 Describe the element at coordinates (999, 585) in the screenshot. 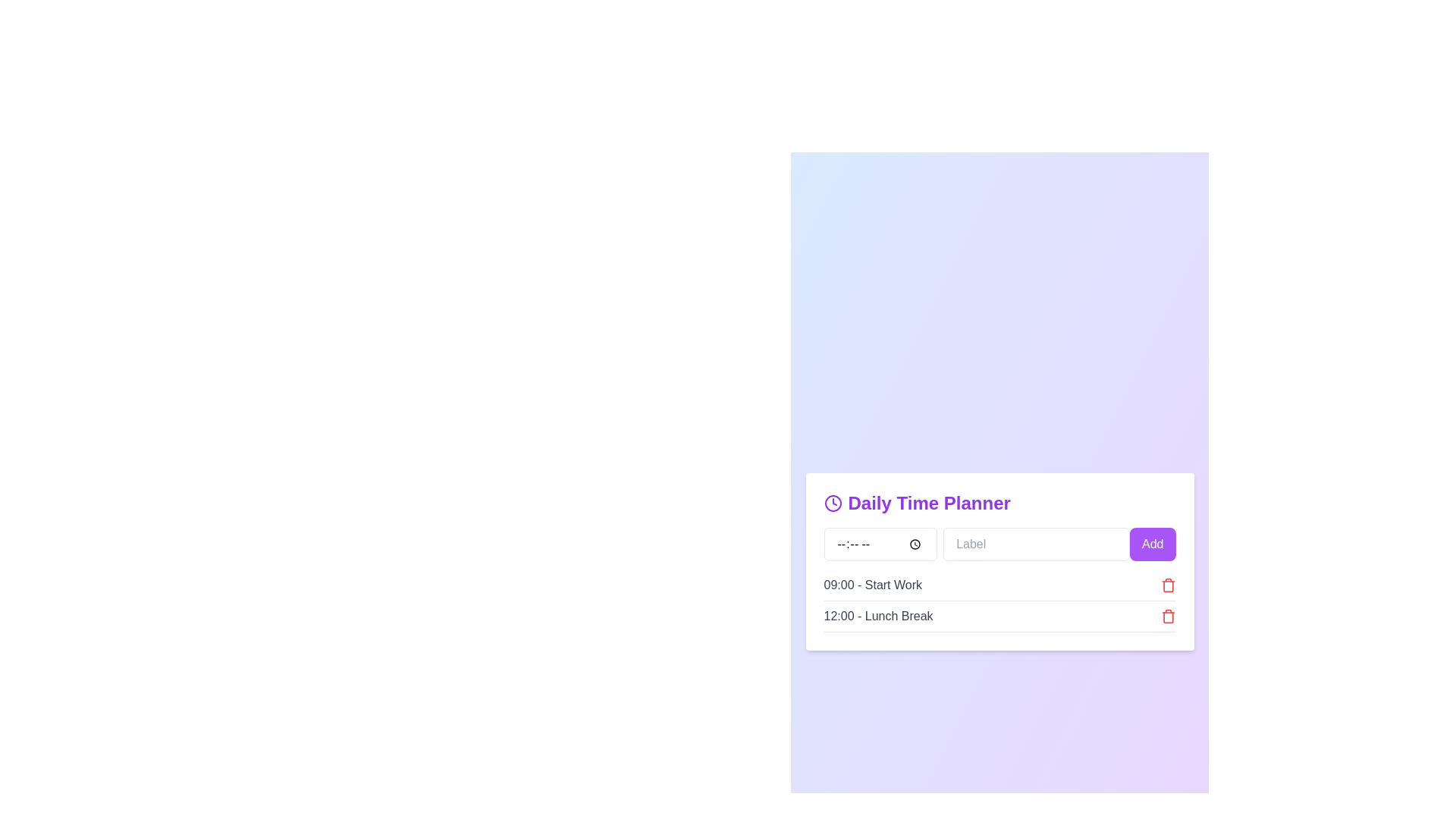

I see `the first scheduled task entry labeled 'Start Work' in the Daily Time Planner interface` at that location.